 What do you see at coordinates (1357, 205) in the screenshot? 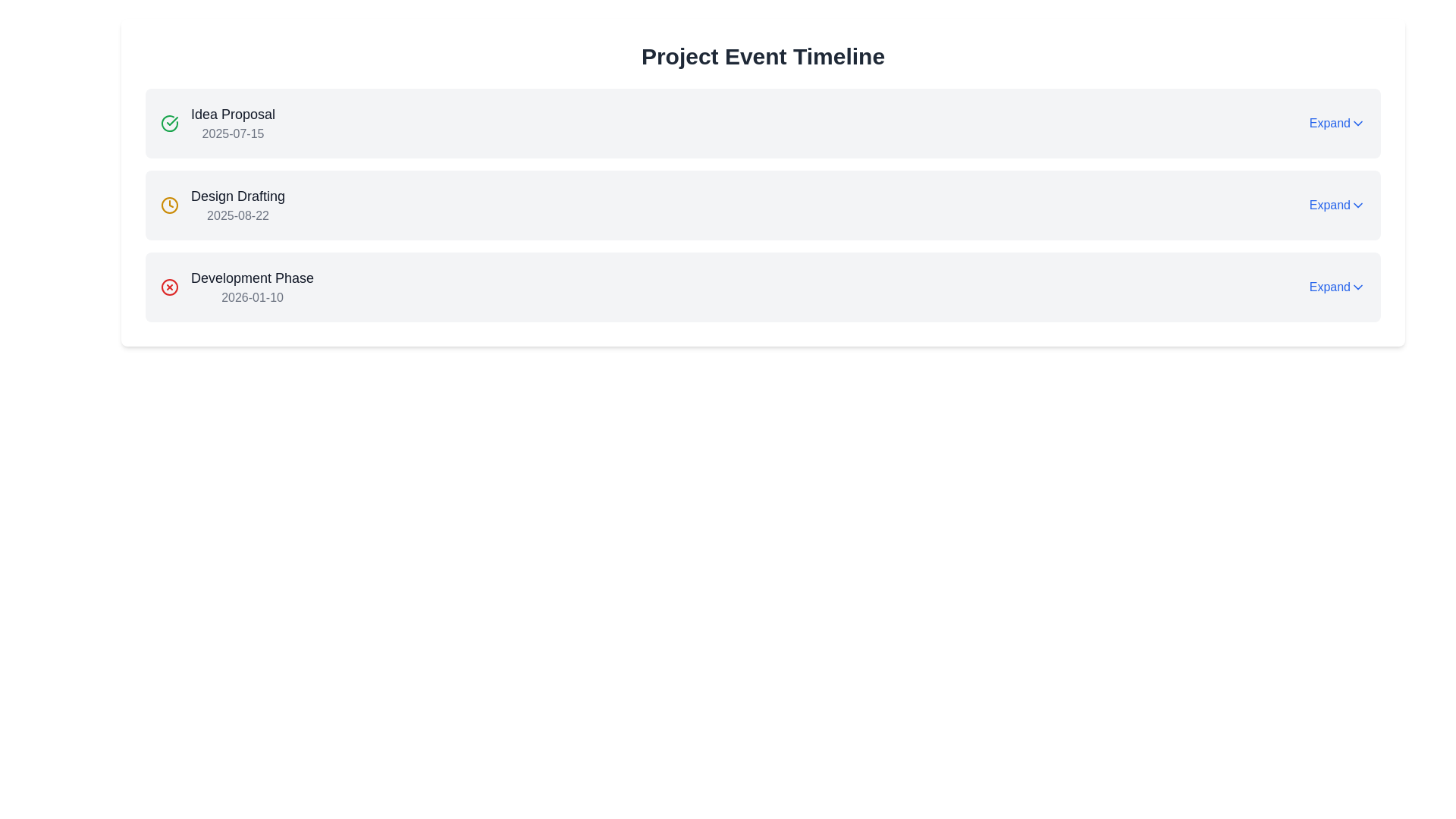
I see `the downward arrow icon next to the 'Expand' label in the second item of the event timeline list` at bounding box center [1357, 205].